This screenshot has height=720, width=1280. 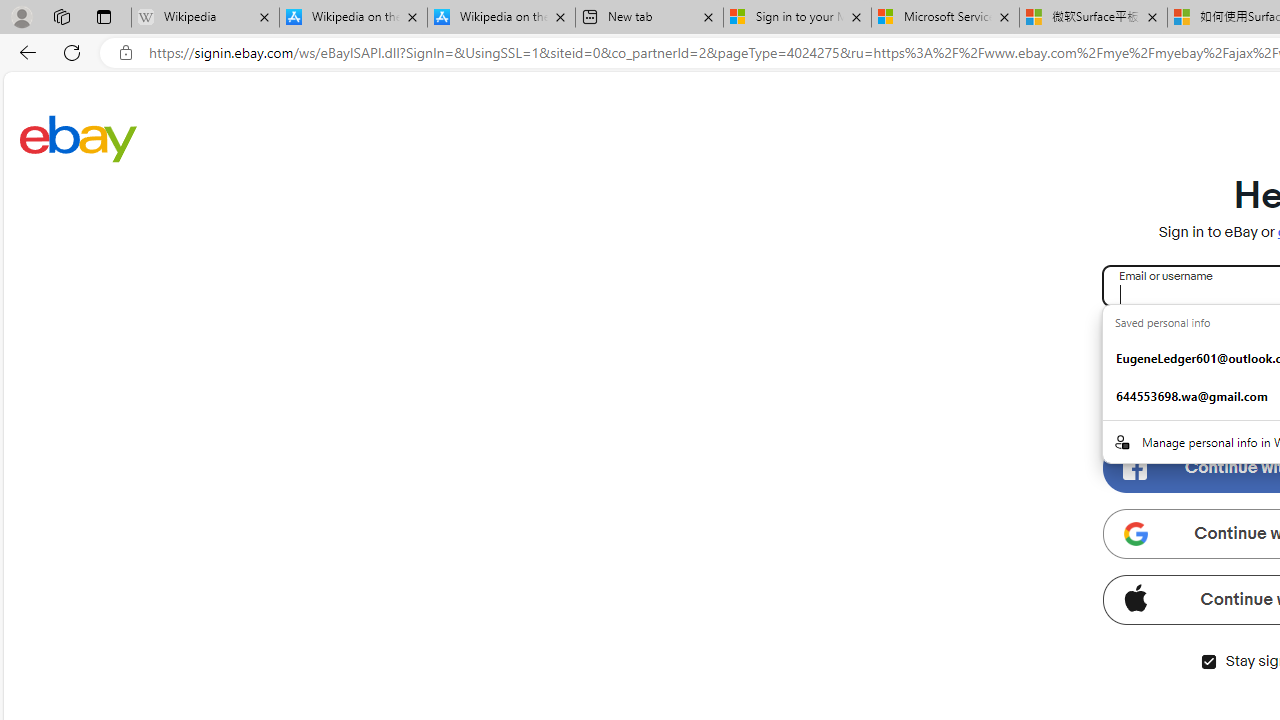 I want to click on 'eBay Home', so click(x=78, y=137).